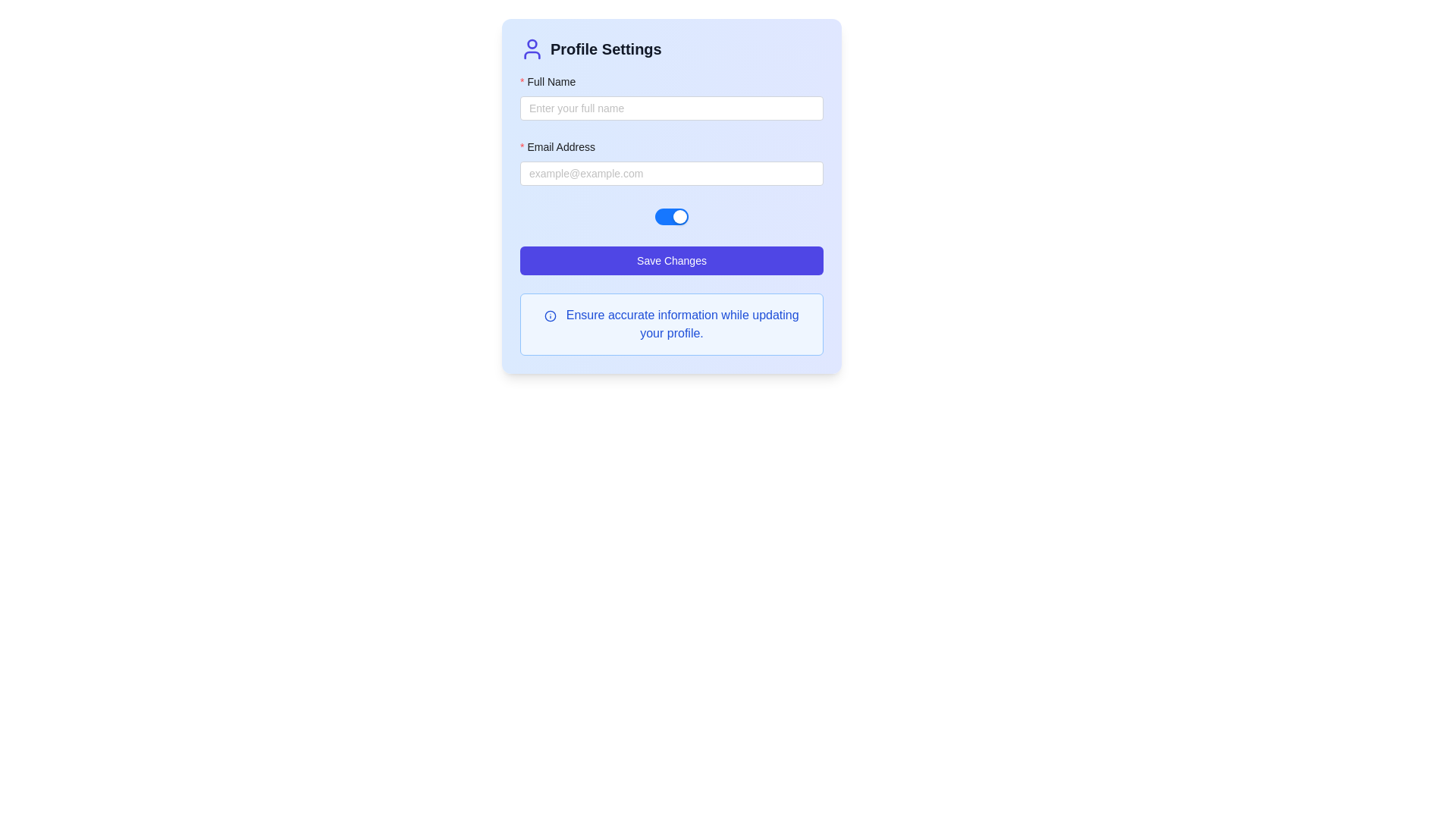  I want to click on the unchecked state indicator of the toggle switch located below the email input box, so click(693, 216).